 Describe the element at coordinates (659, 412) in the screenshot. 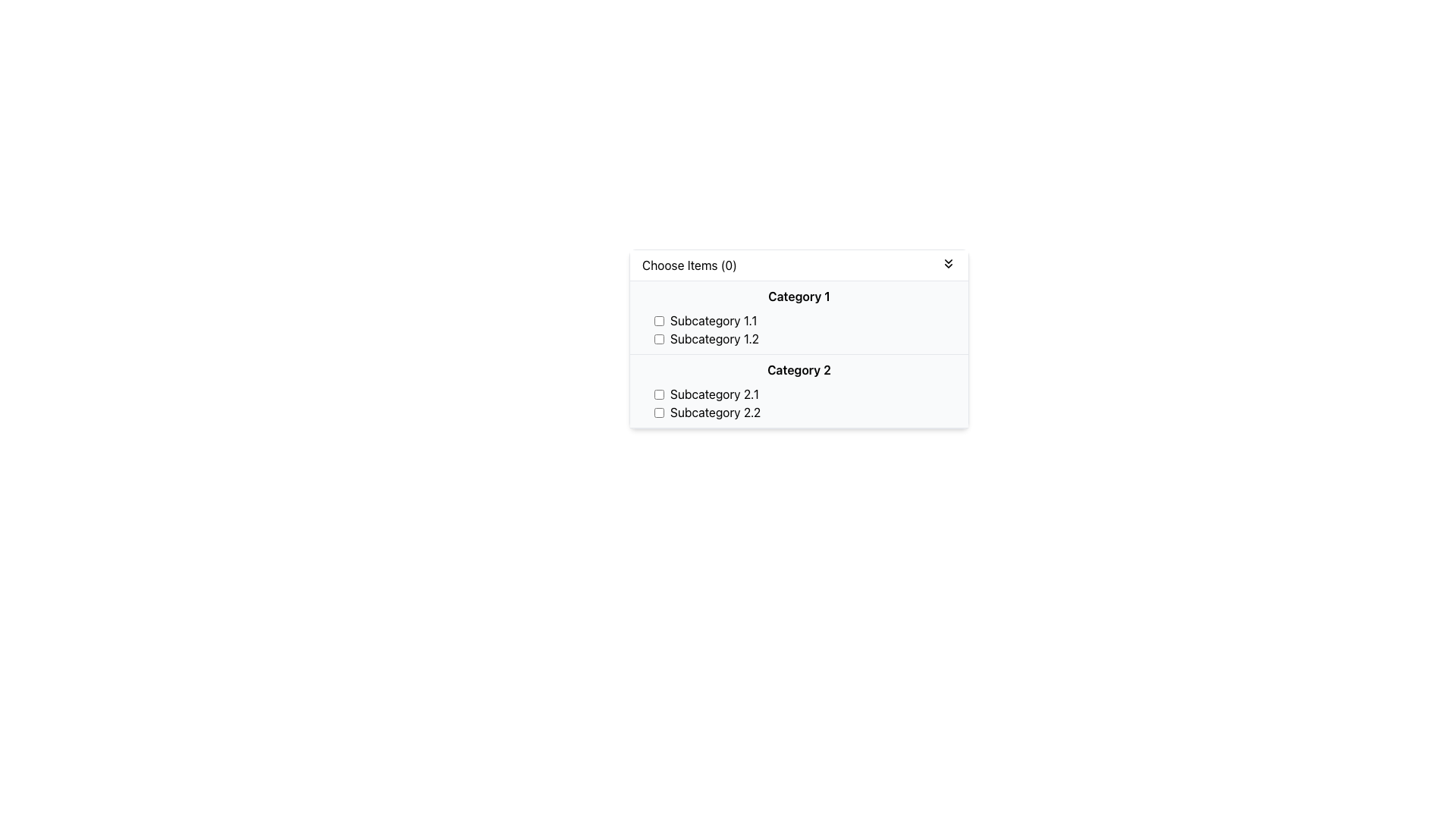

I see `the small, square checkbox located to the left of the text 'Subcategory 2.2' within the dropdown-style interface` at that location.